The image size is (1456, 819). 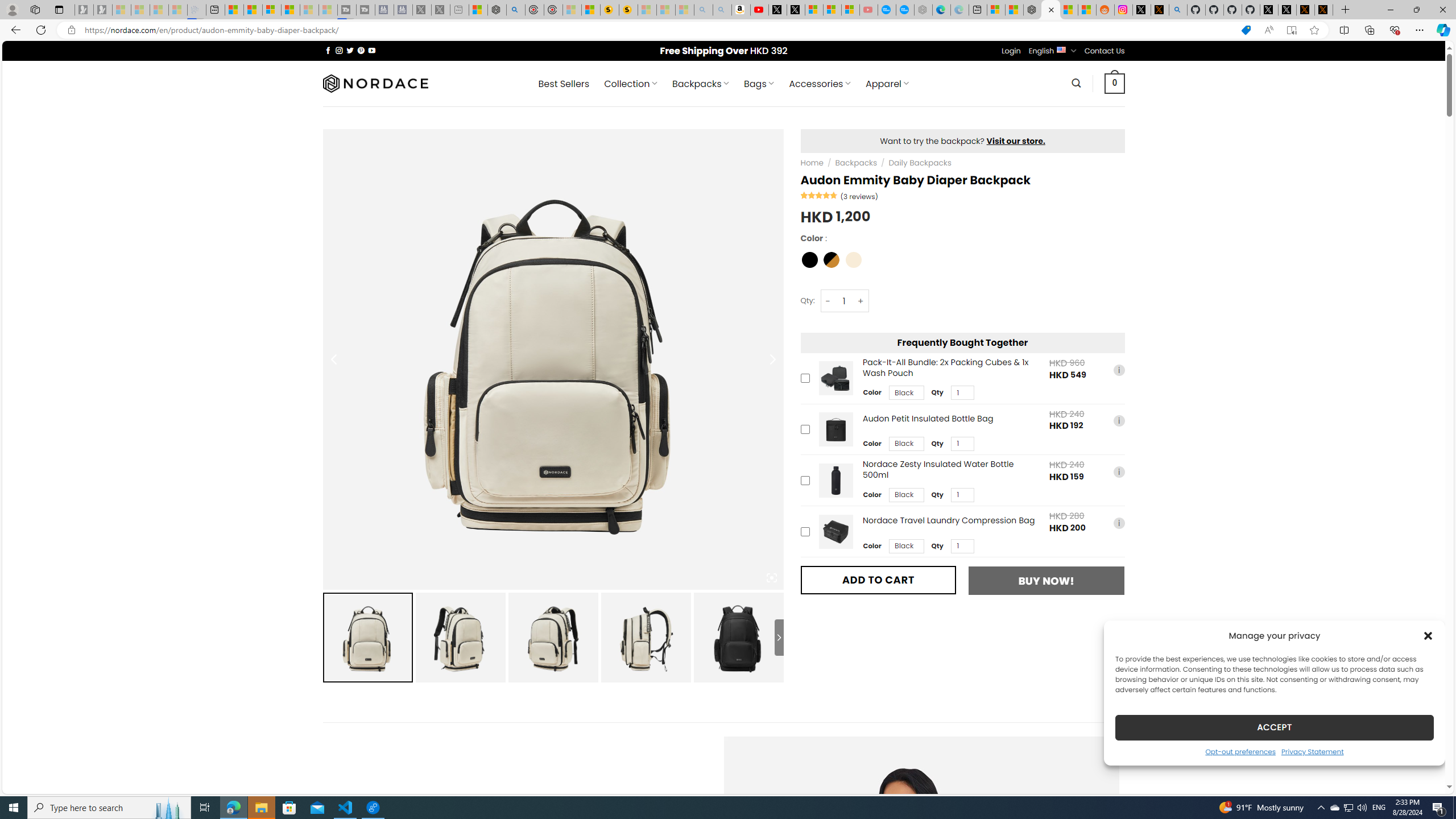 I want to click on 'English', so click(x=1061, y=49).